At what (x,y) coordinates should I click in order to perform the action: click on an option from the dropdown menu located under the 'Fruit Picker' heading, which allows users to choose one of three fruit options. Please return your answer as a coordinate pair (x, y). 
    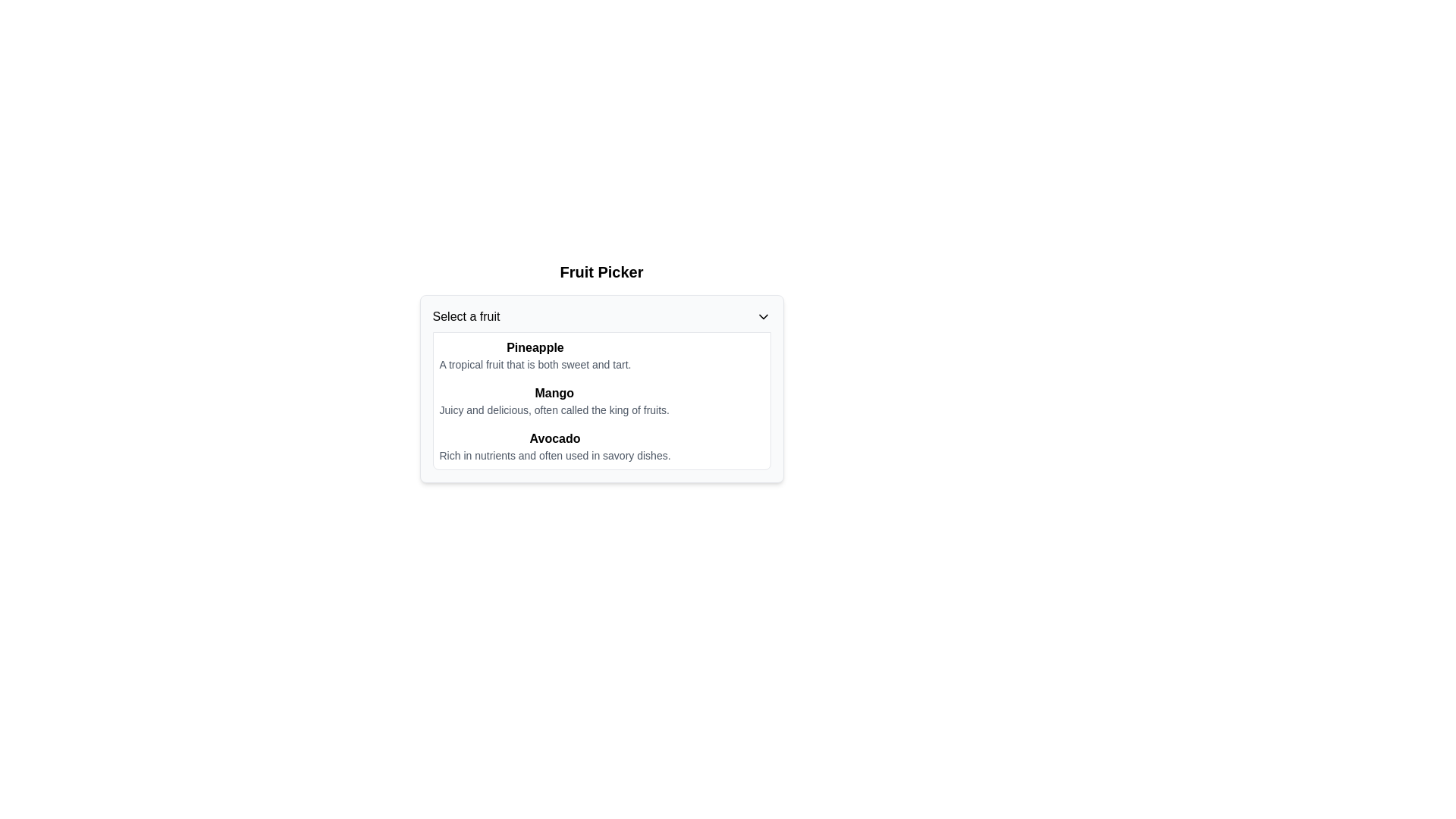
    Looking at the image, I should click on (601, 388).